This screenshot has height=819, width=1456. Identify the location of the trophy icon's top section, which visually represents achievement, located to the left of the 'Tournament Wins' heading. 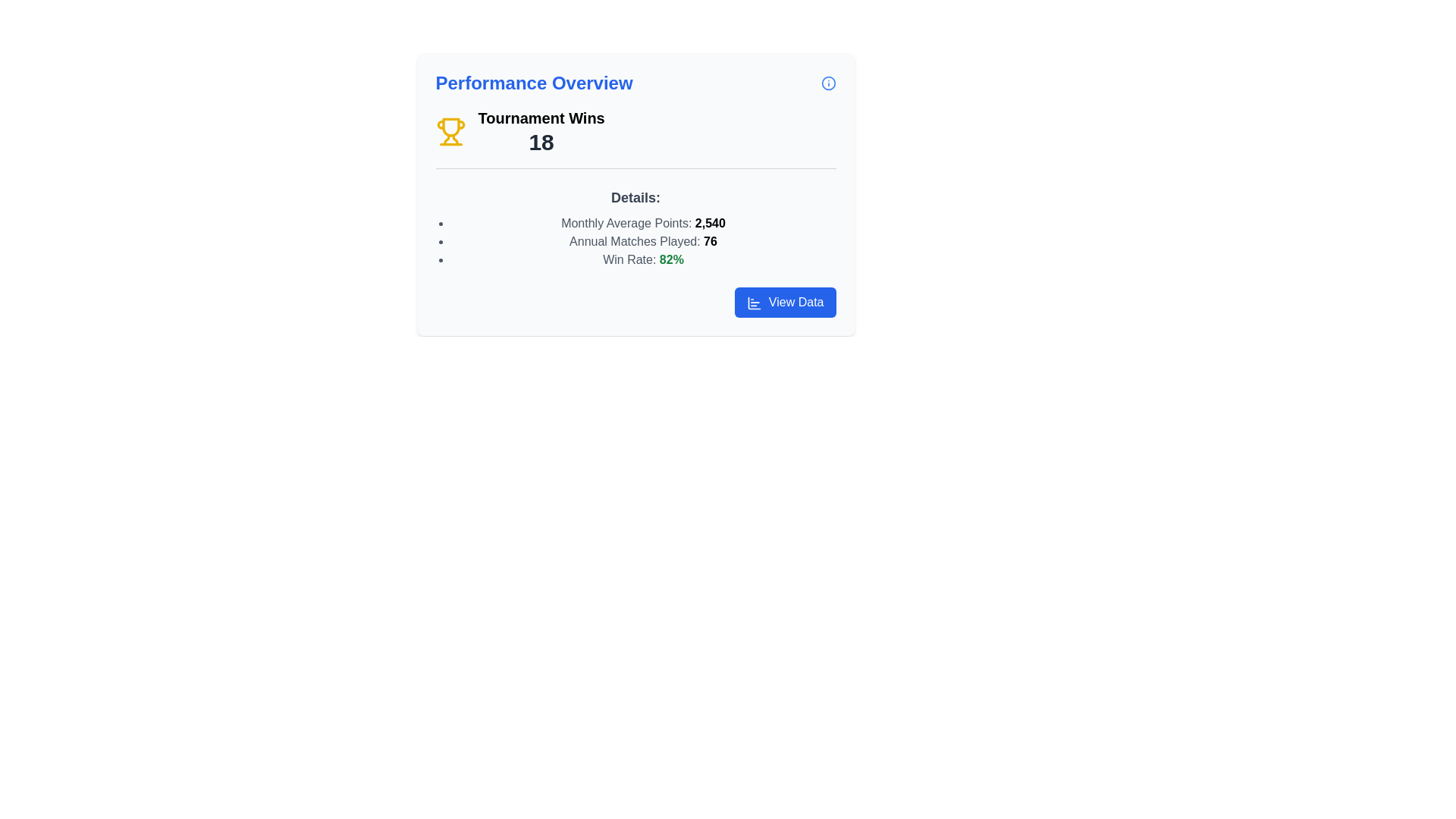
(450, 127).